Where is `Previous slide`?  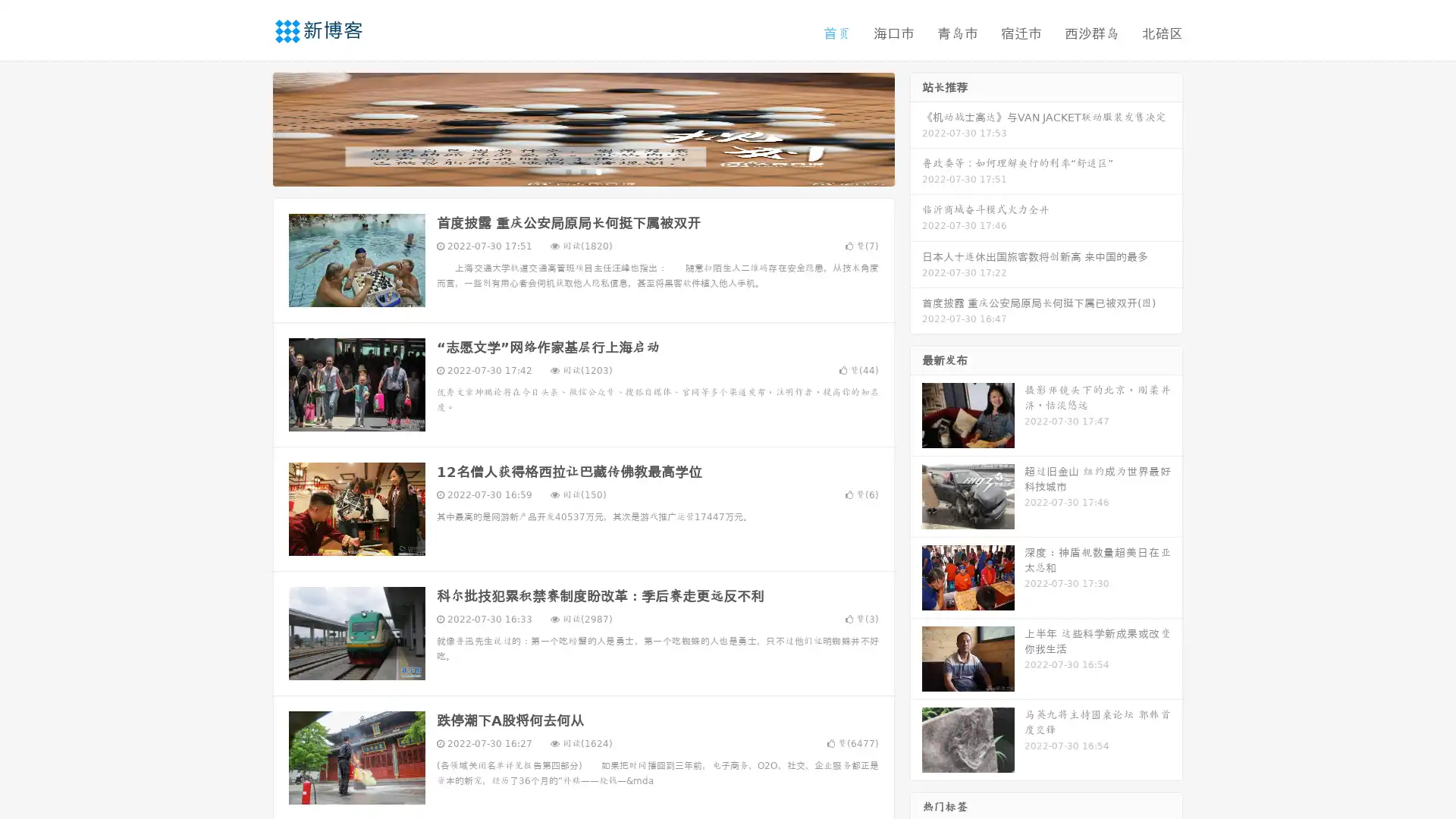 Previous slide is located at coordinates (250, 127).